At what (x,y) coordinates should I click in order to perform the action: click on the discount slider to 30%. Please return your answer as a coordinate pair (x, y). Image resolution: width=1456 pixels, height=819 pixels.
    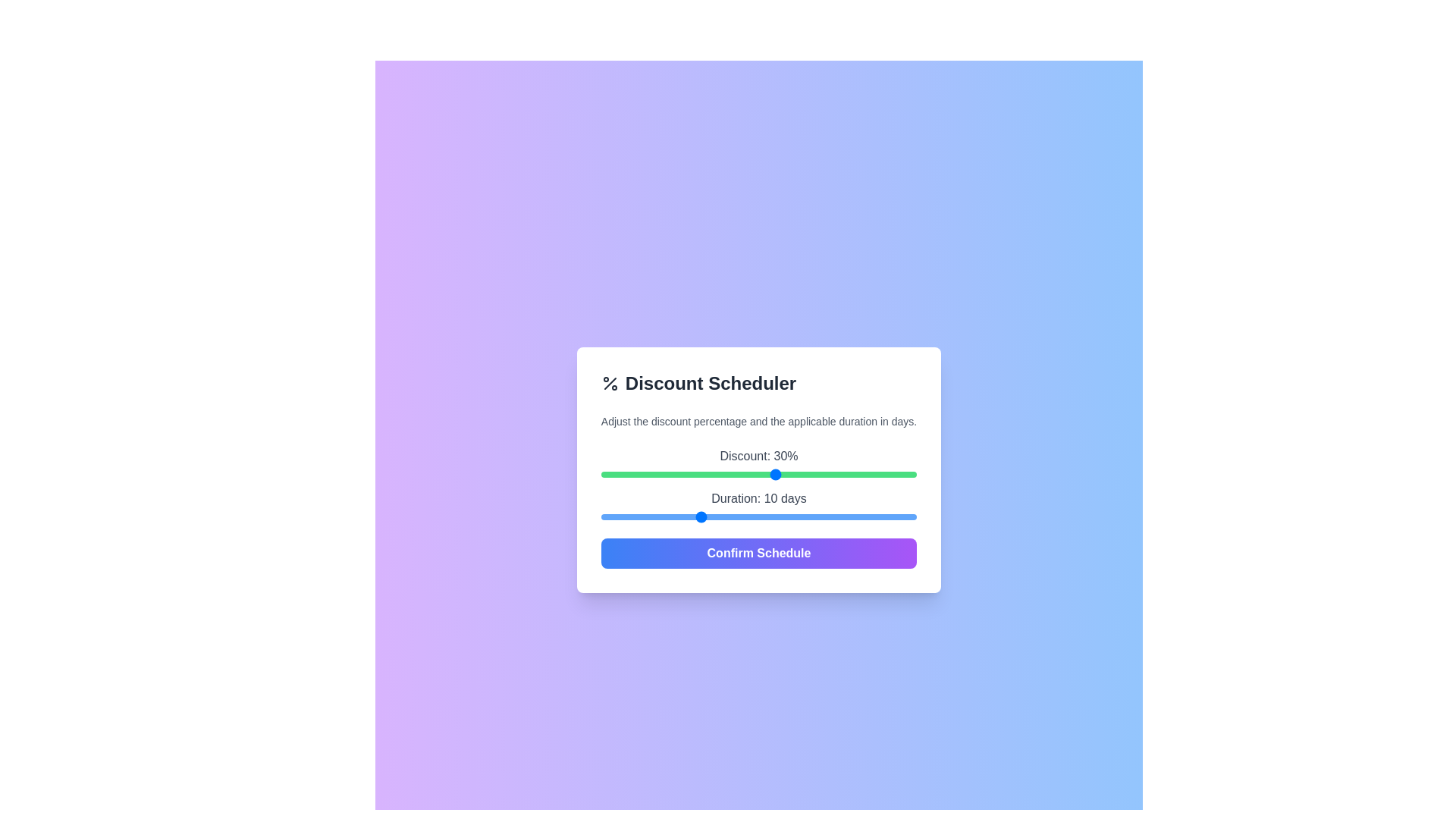
    Looking at the image, I should click on (777, 473).